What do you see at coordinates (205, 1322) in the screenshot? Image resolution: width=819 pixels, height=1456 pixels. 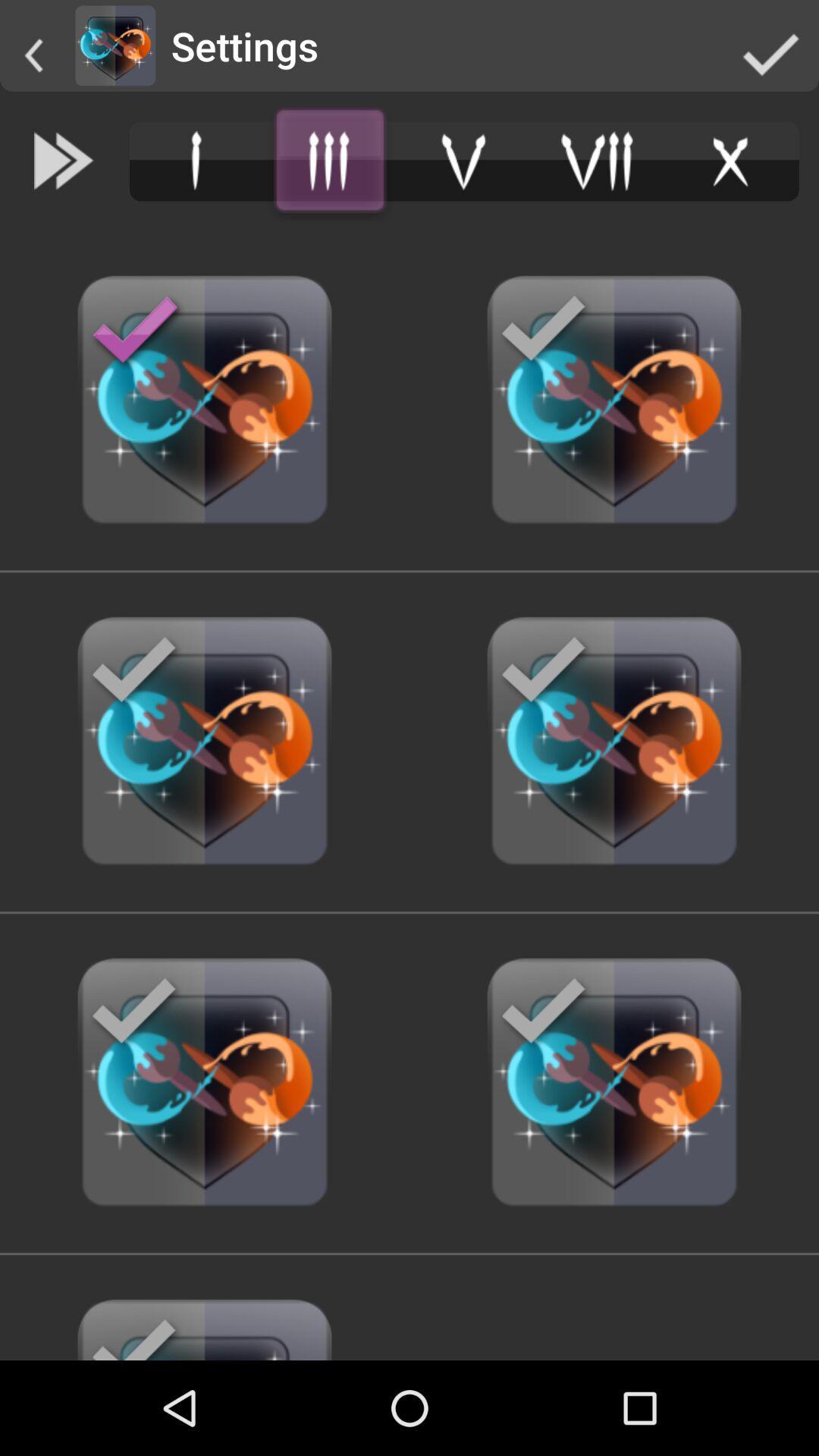 I see `the last button which is on the left` at bounding box center [205, 1322].